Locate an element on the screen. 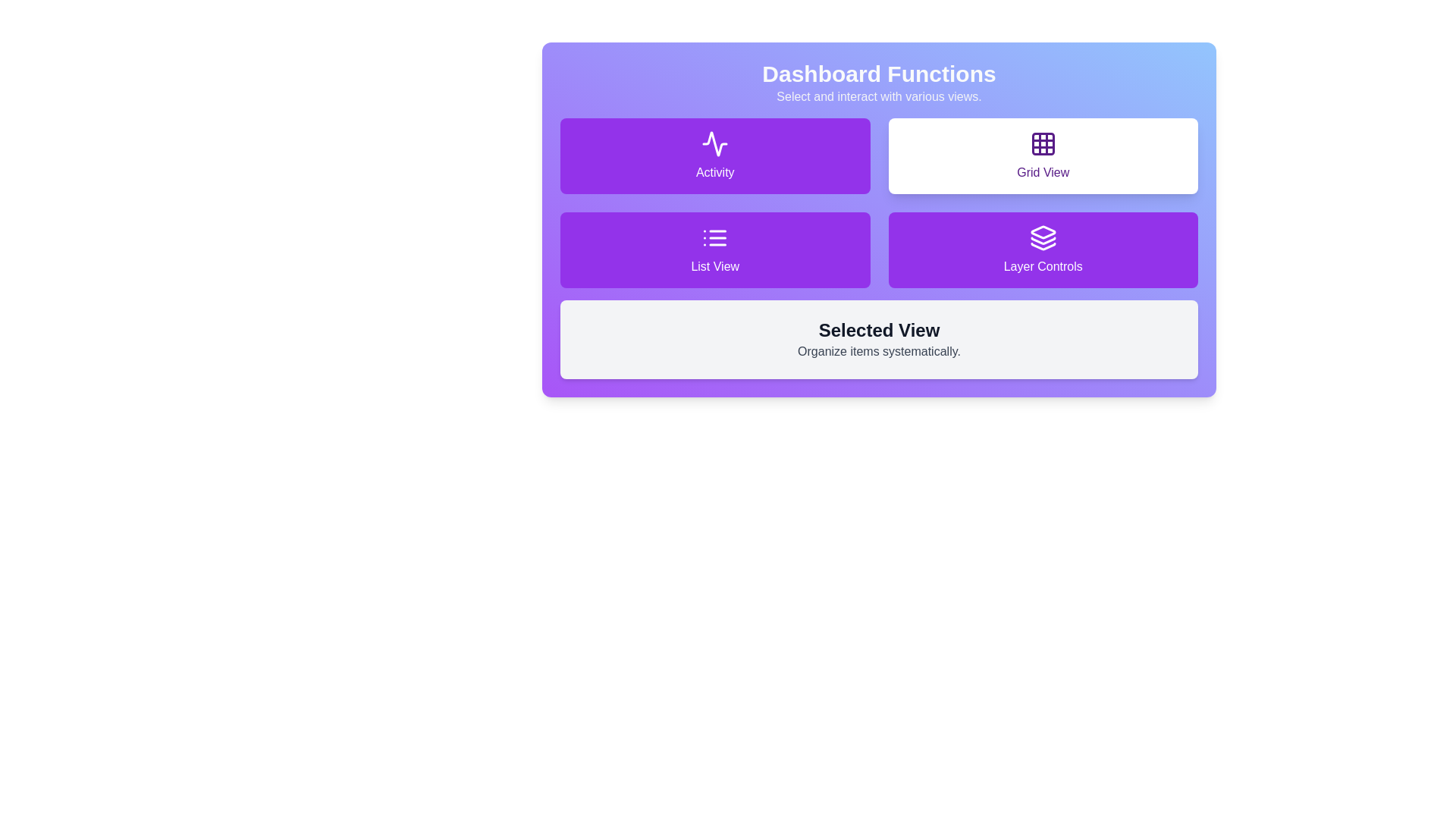 The height and width of the screenshot is (819, 1456). the graphical design of the 'Activity' icon situated in the left-most button of the top row in the 'Dashboard Functions' section is located at coordinates (714, 143).